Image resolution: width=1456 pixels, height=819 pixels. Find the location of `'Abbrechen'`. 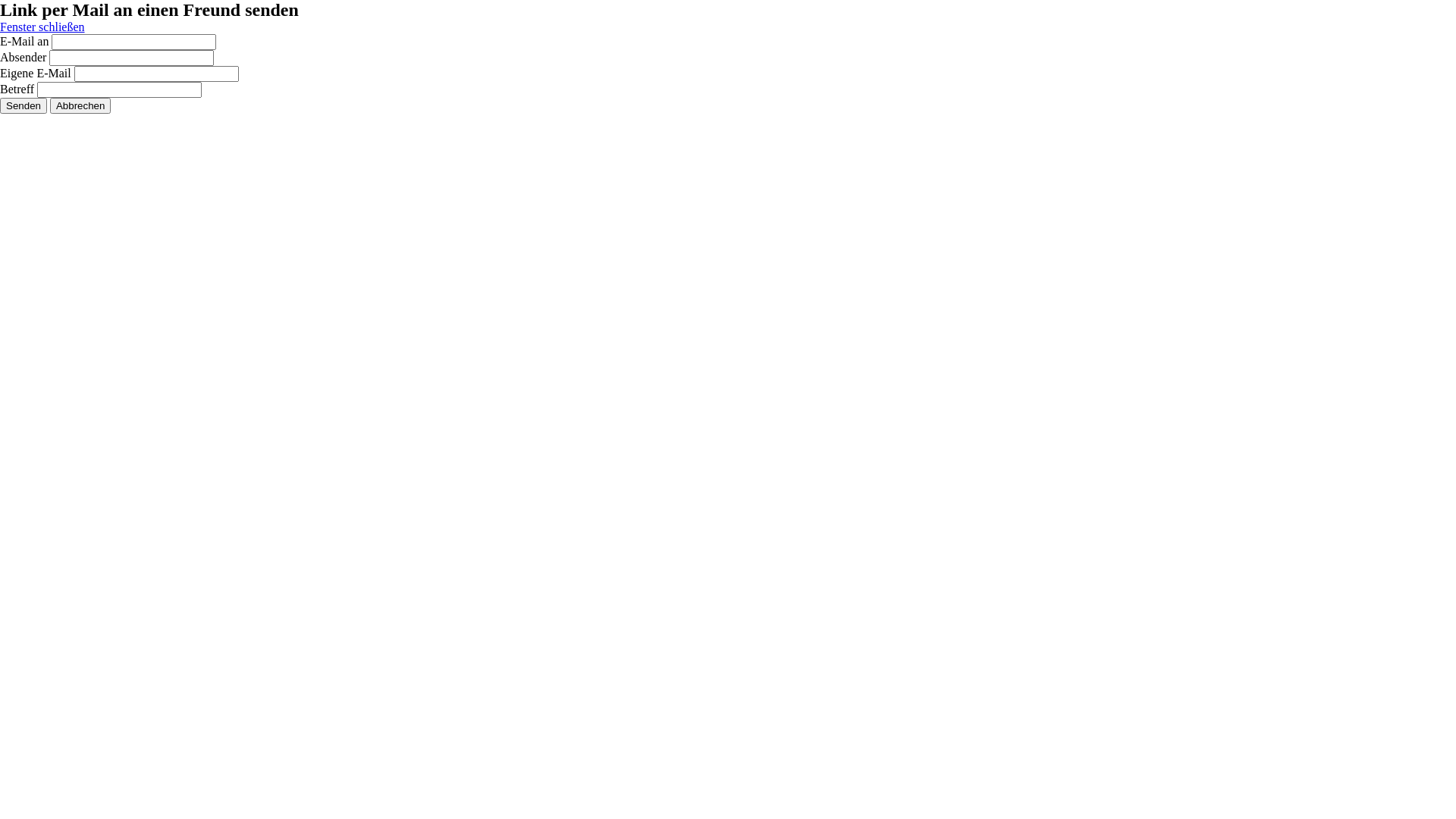

'Abbrechen' is located at coordinates (79, 105).